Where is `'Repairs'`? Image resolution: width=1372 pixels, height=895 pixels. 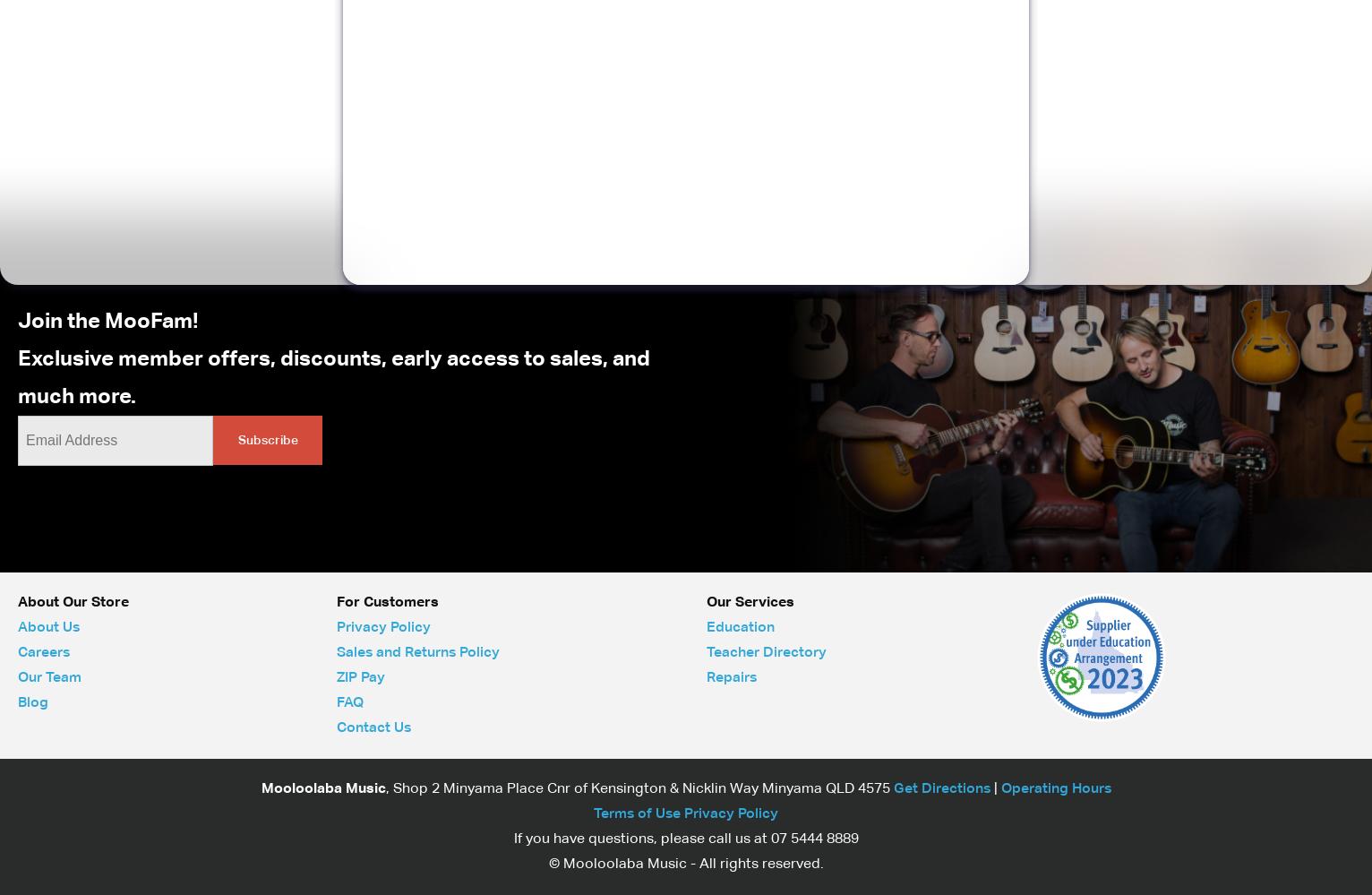
'Repairs' is located at coordinates (732, 676).